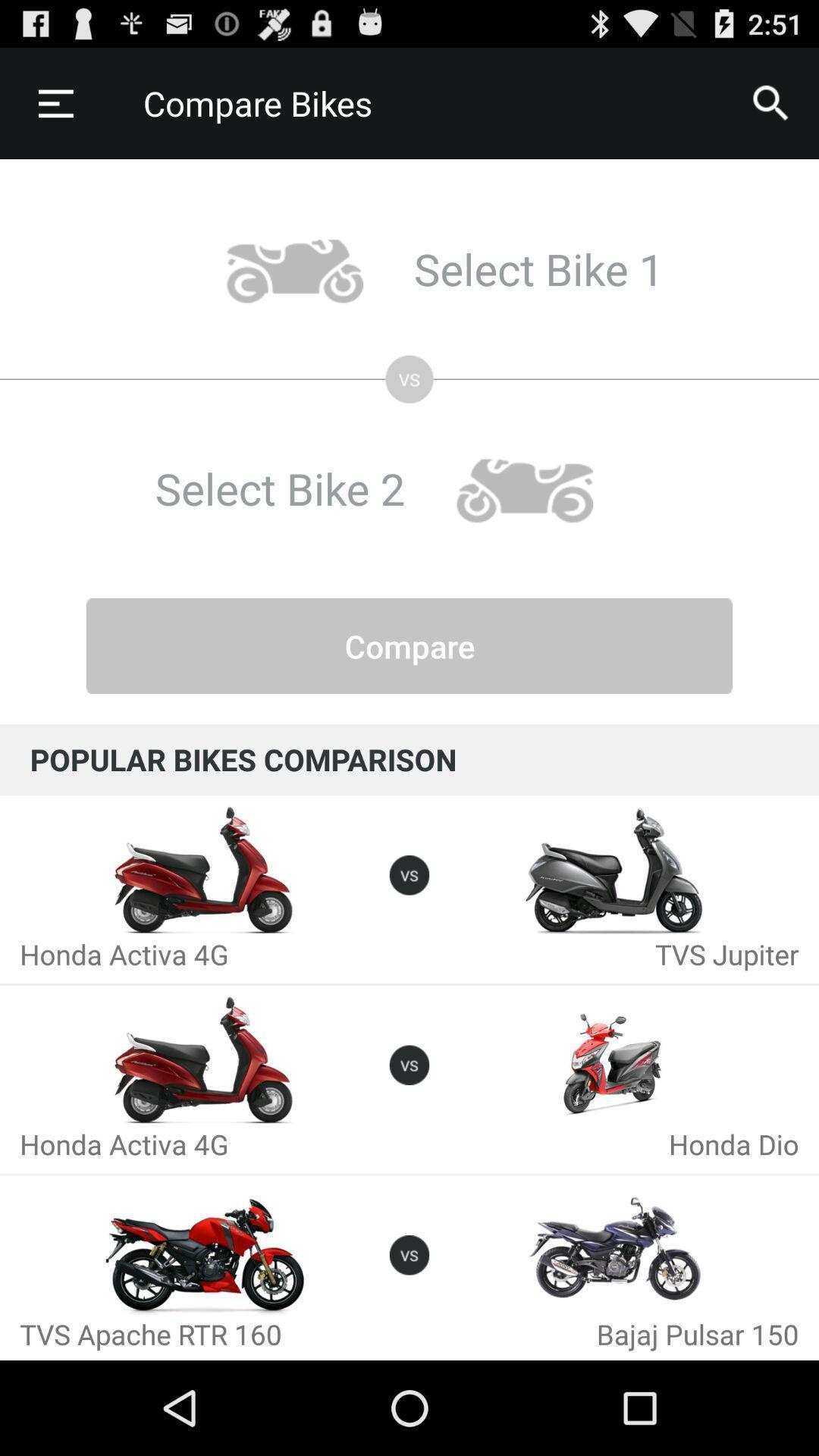 The height and width of the screenshot is (1456, 819). Describe the element at coordinates (205, 1059) in the screenshot. I see `the second red color bike under popular bikes comparision` at that location.